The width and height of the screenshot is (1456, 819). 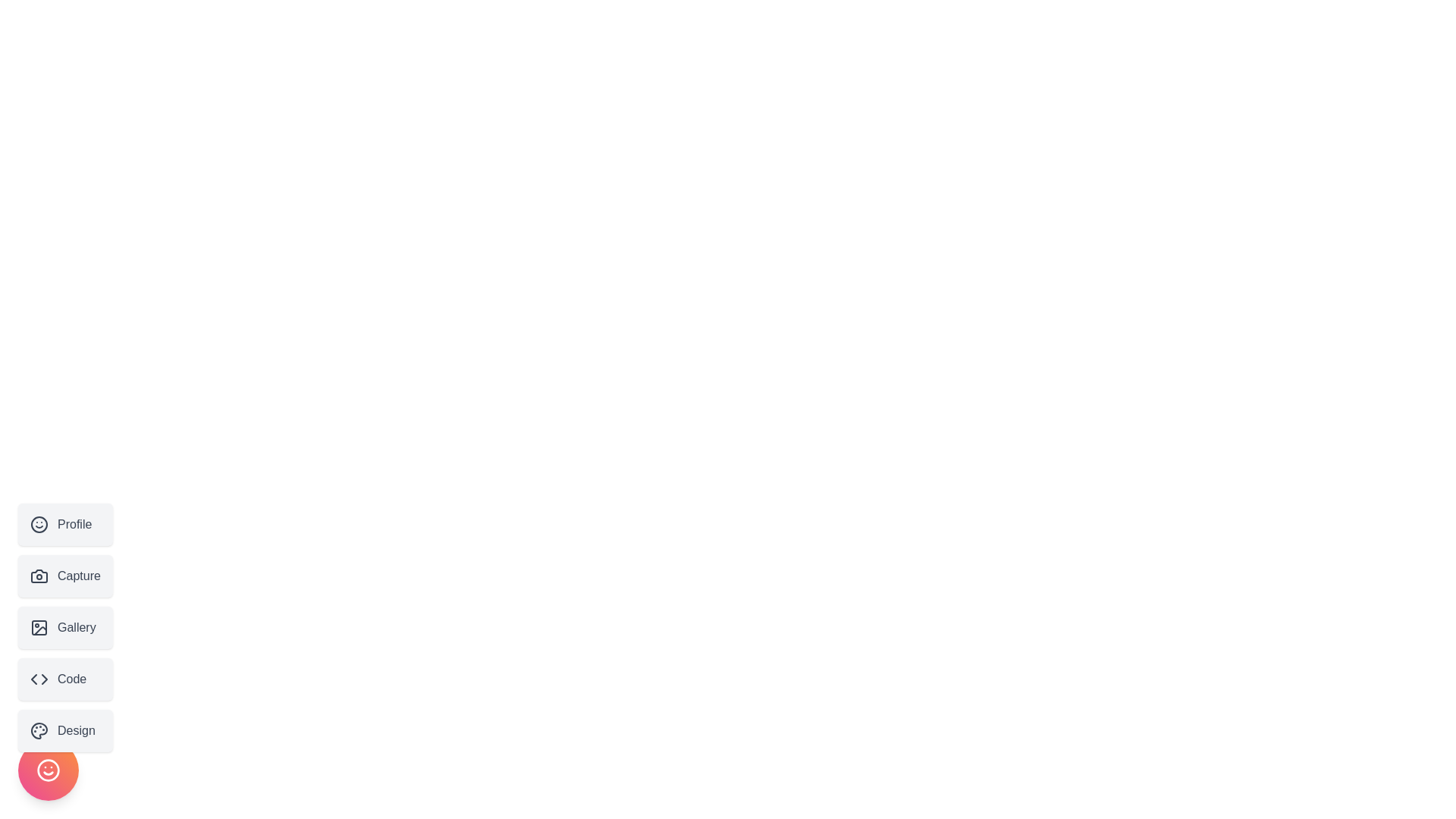 I want to click on the 'Profile' button represented by the icon located at the left side of the button in the vertical navigation menu to interact with the profile feature, so click(x=39, y=523).